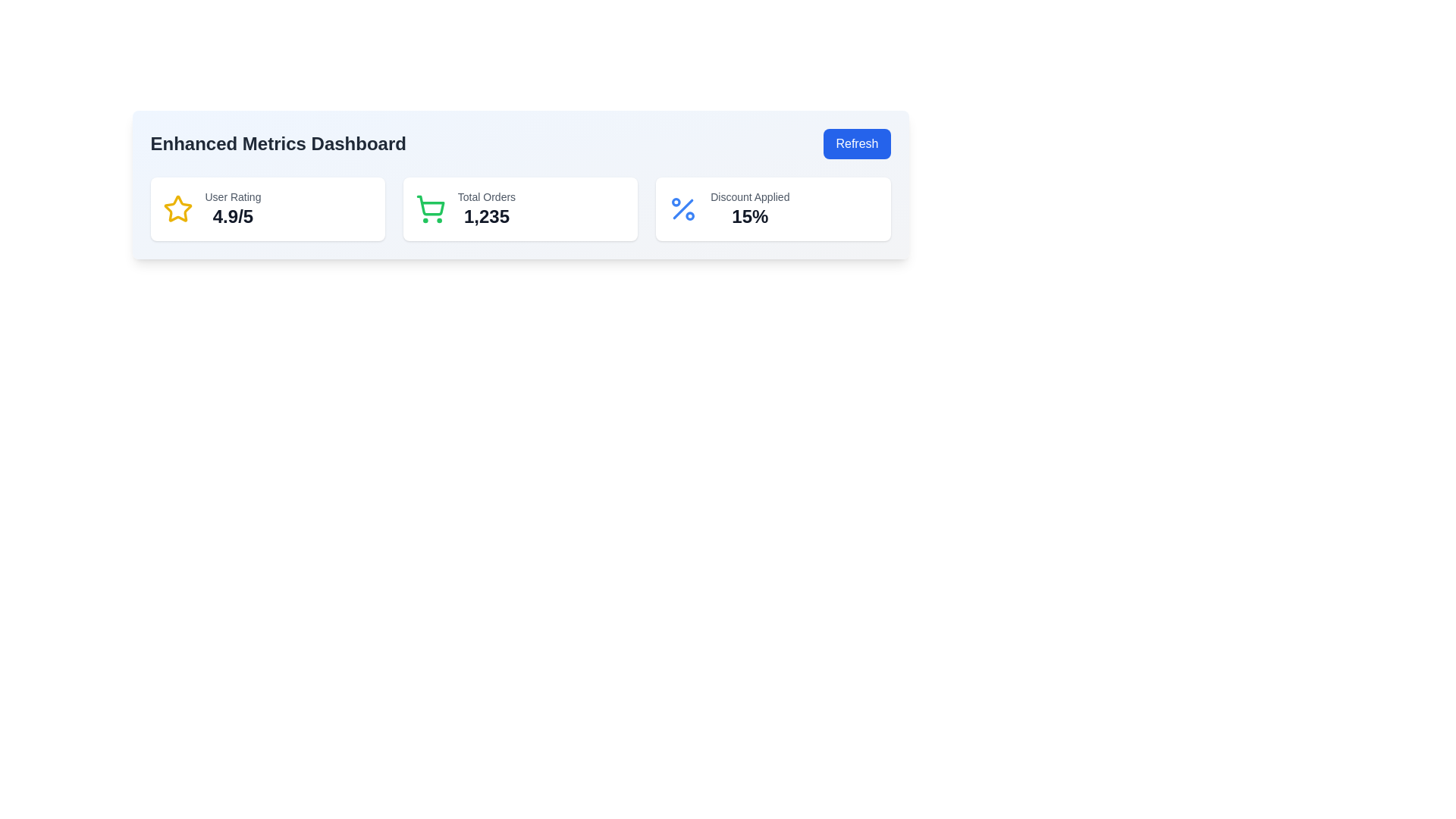 The image size is (1456, 819). What do you see at coordinates (177, 209) in the screenshot?
I see `the decorative icon representing user ratings within the 'User Rating' card, located to the left of the '4.9/5' rating text` at bounding box center [177, 209].